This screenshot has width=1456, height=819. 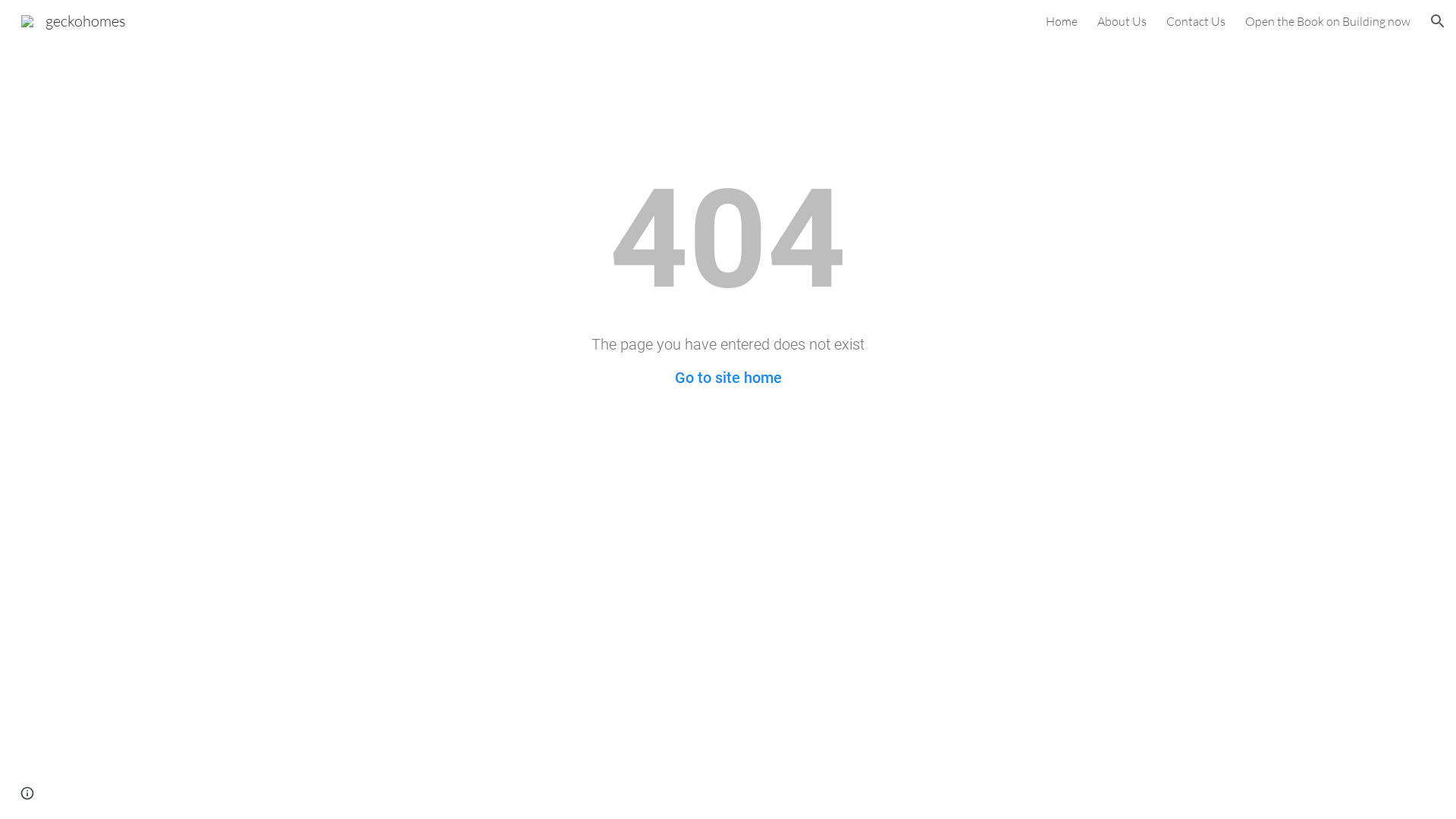 What do you see at coordinates (72, 19) in the screenshot?
I see `'geckohomes'` at bounding box center [72, 19].